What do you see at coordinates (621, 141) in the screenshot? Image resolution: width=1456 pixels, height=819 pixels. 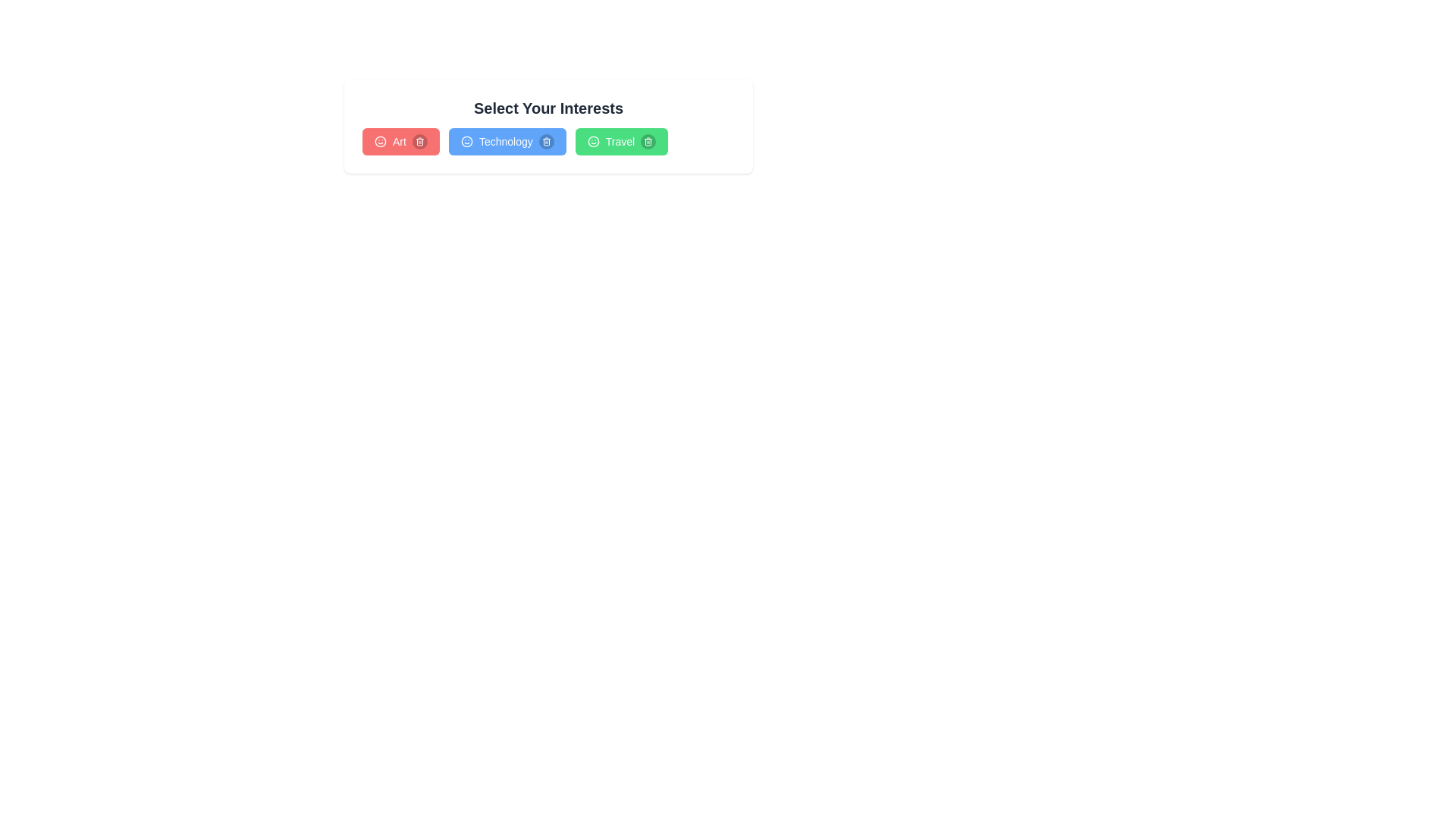 I see `the button corresponding to Travel to select it` at bounding box center [621, 141].